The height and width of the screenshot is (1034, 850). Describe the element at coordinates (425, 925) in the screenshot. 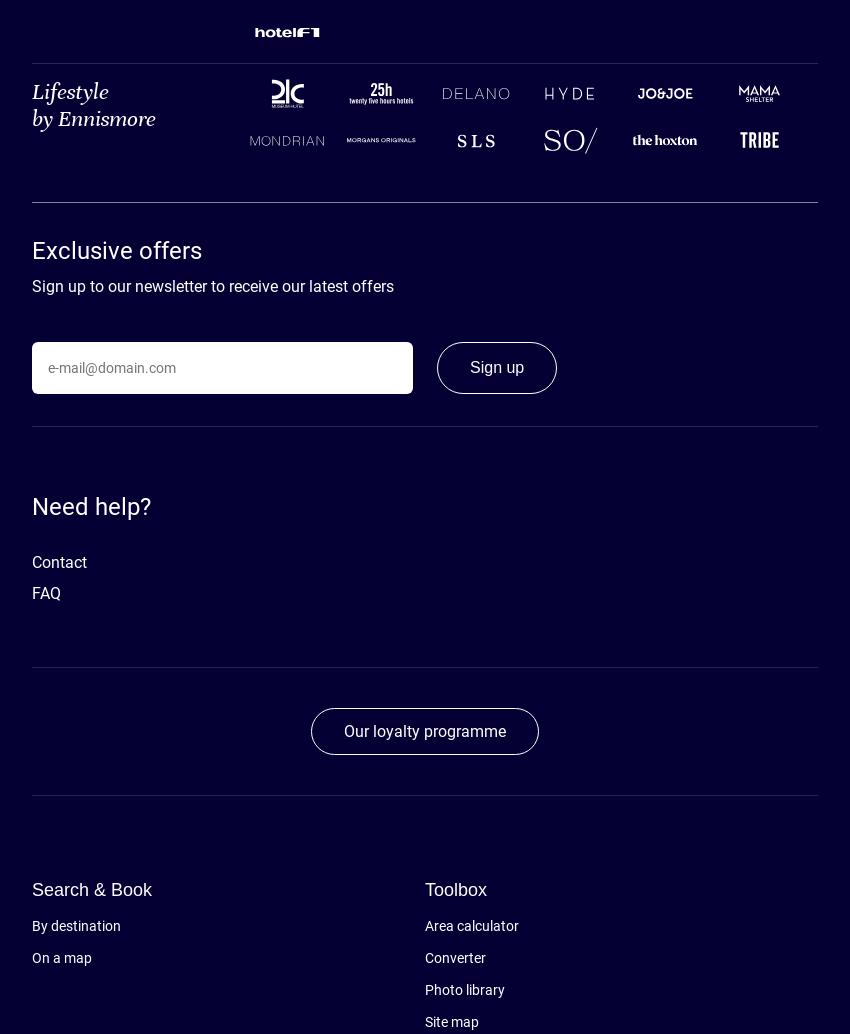

I see `'Area calculator'` at that location.